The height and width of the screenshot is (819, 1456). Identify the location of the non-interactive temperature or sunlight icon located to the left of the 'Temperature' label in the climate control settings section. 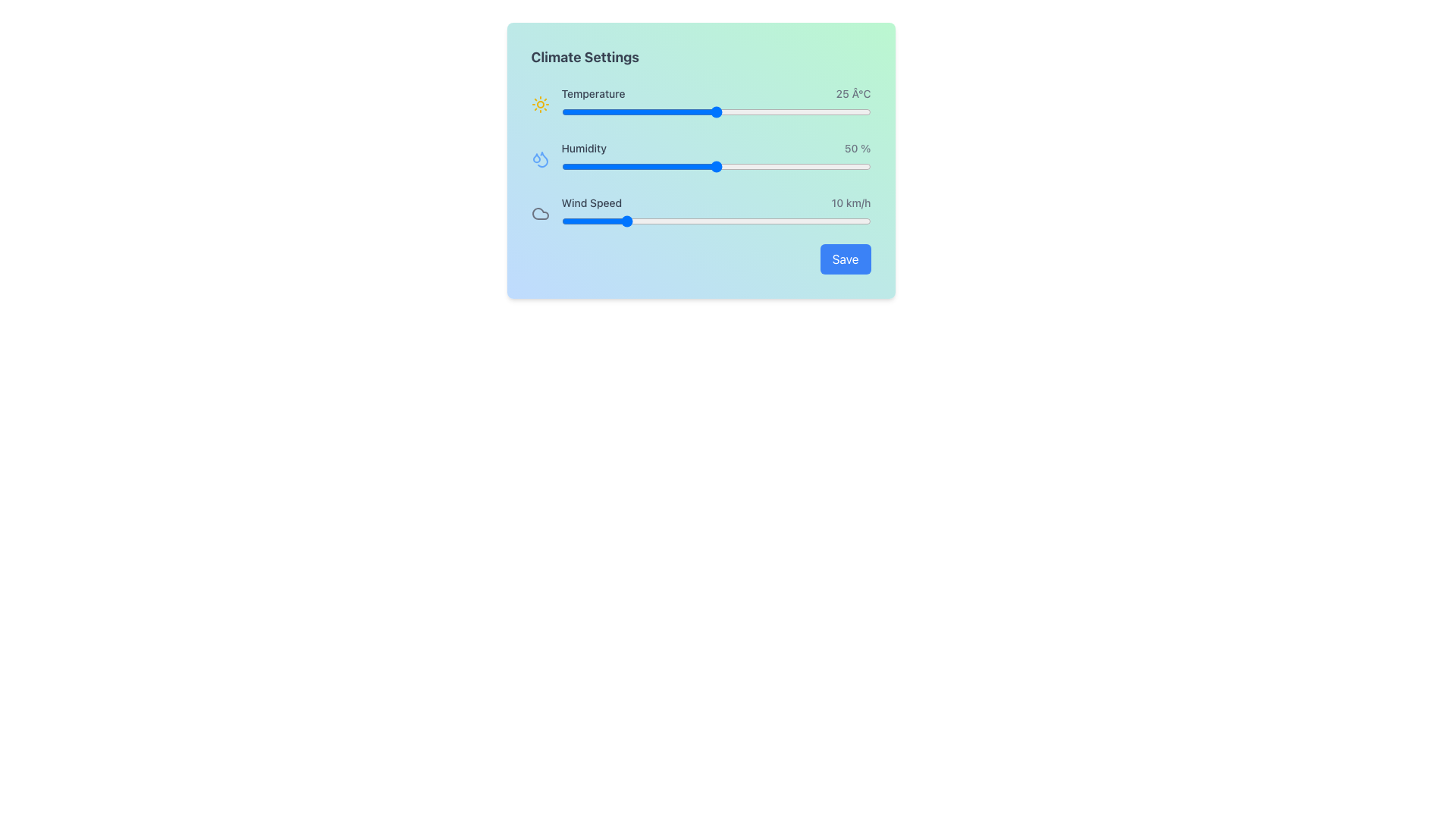
(540, 104).